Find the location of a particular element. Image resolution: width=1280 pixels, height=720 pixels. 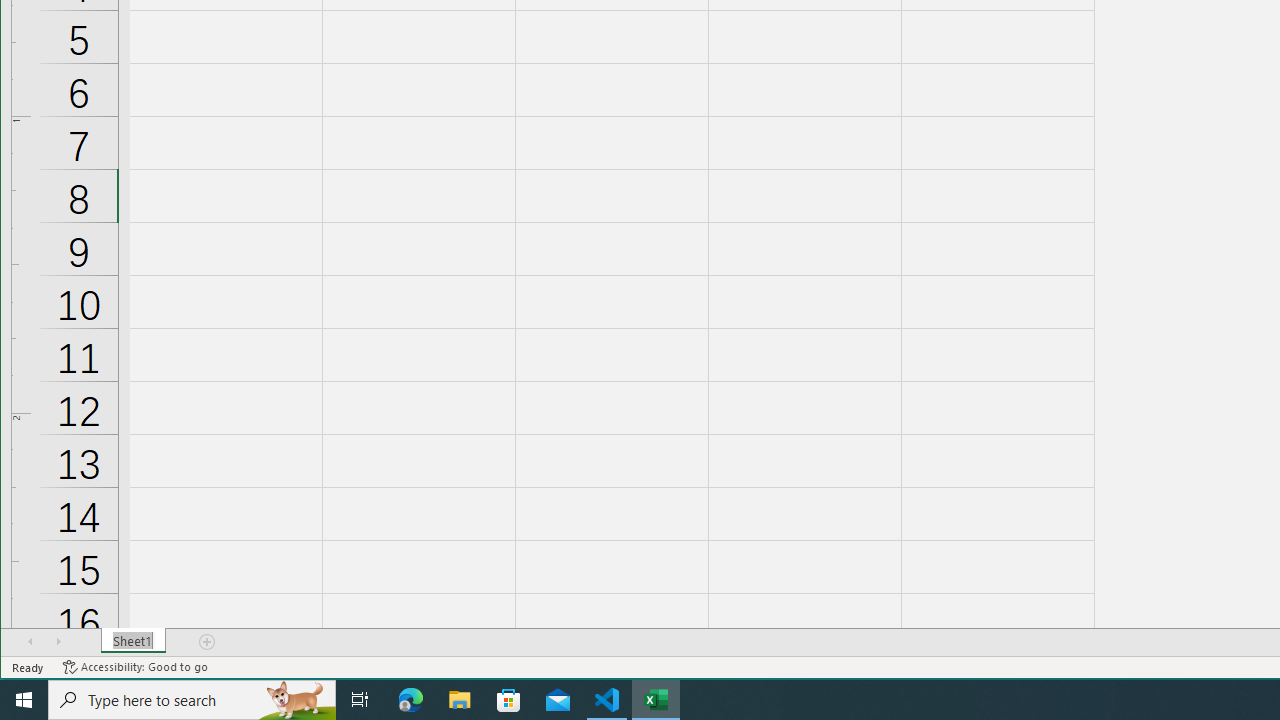

'Start' is located at coordinates (24, 698).